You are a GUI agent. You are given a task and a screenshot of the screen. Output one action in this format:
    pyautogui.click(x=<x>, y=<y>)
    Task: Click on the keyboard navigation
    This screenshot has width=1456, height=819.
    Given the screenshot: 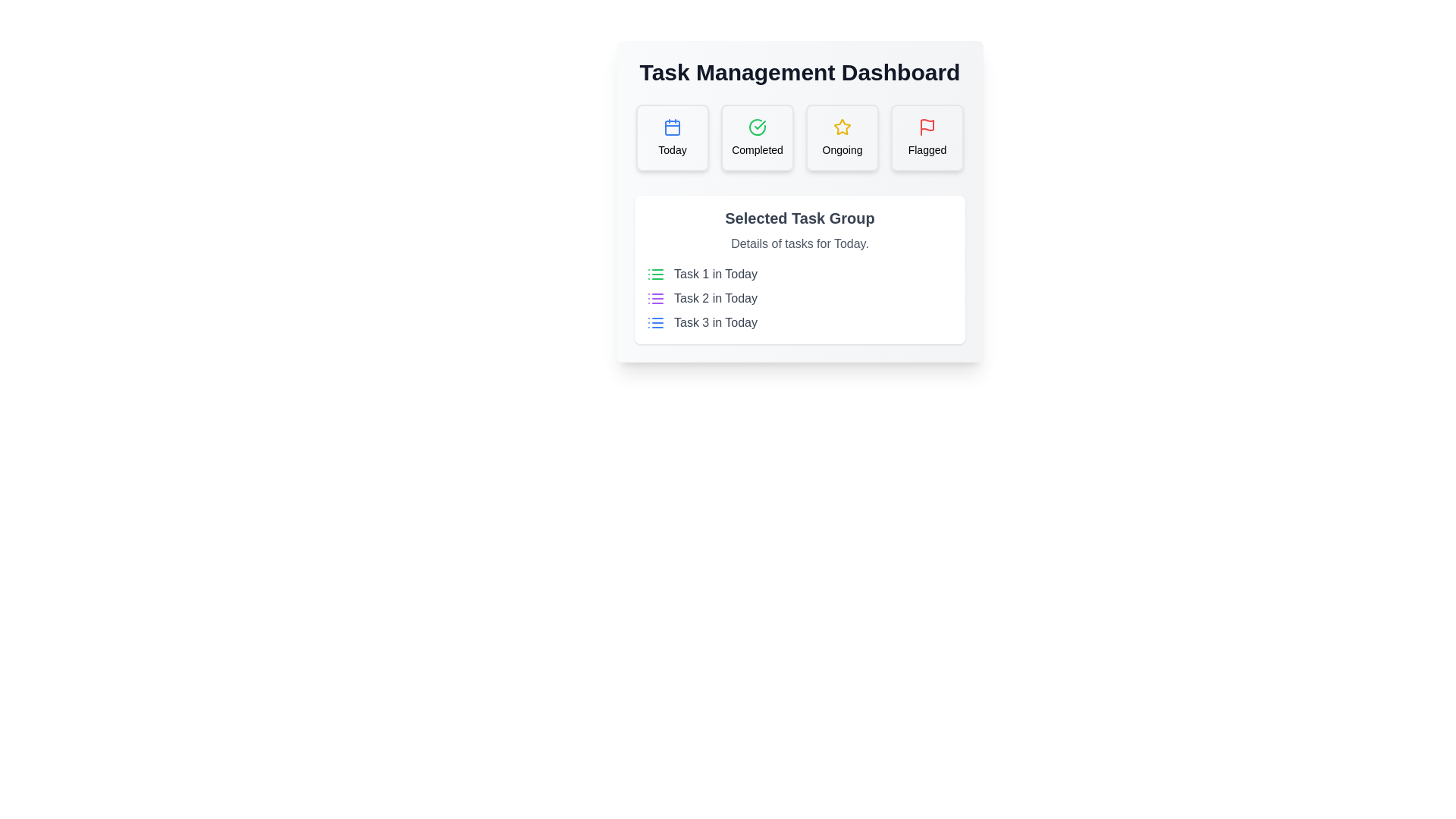 What is the action you would take?
    pyautogui.click(x=757, y=149)
    